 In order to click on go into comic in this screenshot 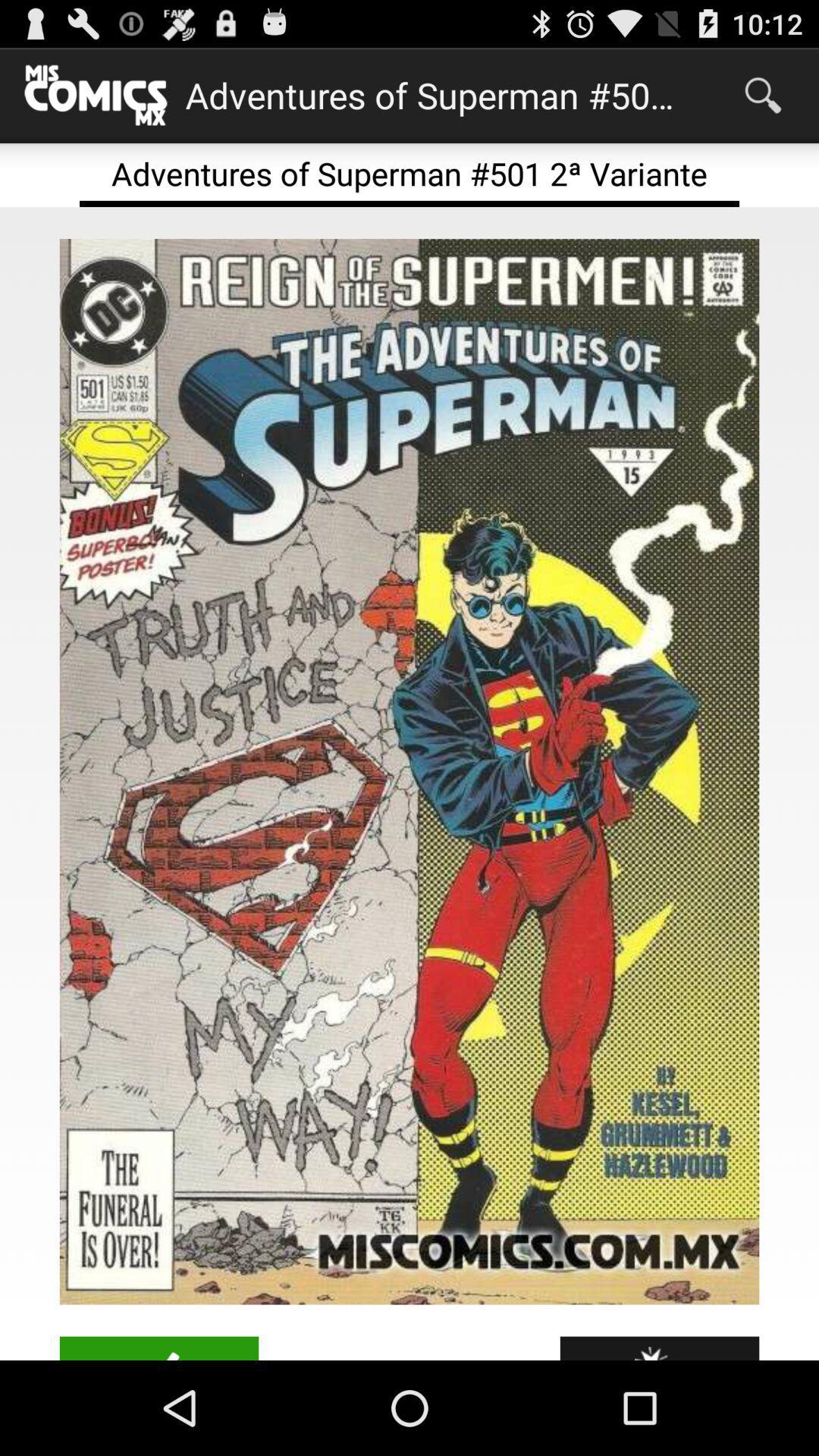, I will do `click(409, 771)`.